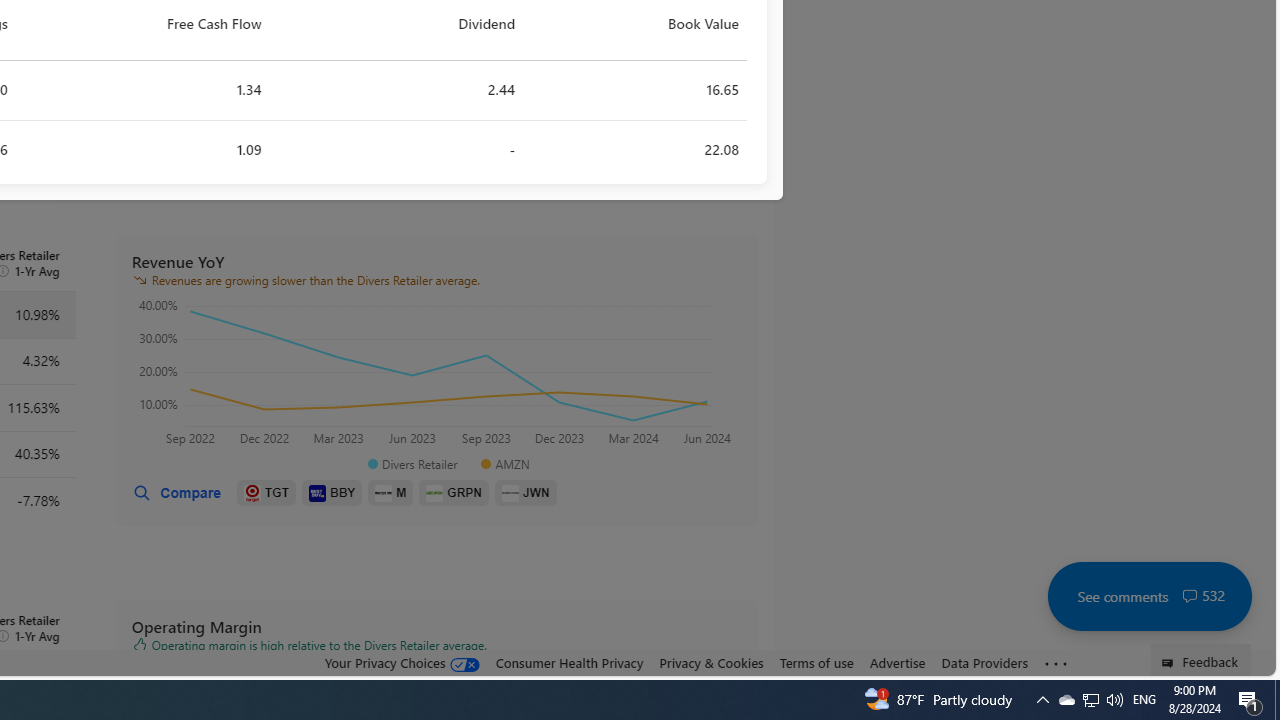 The width and height of the screenshot is (1280, 720). I want to click on 'Class: cwt-icon-vector', so click(1190, 595).